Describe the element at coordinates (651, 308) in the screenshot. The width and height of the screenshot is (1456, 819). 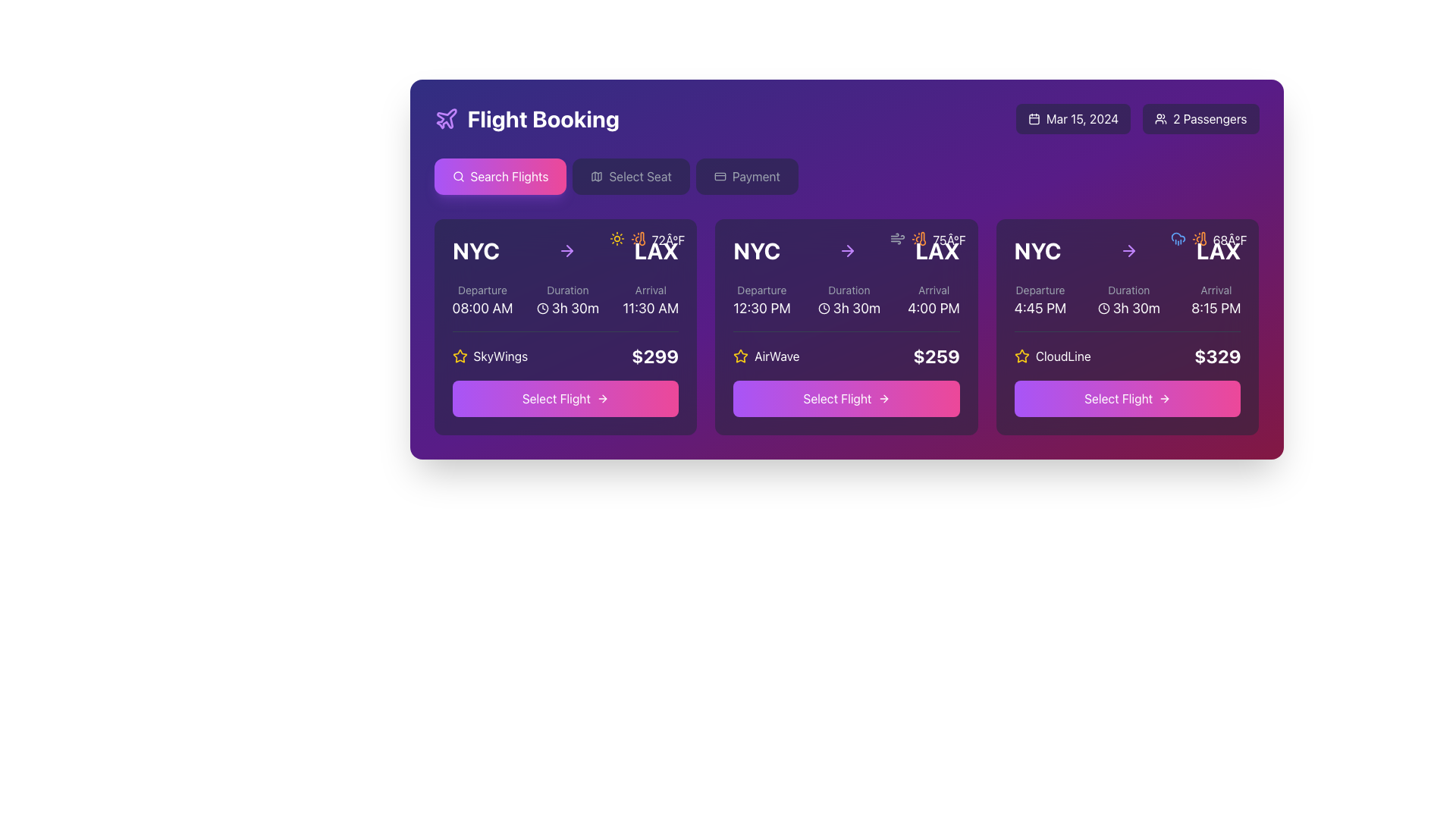
I see `the text label displaying '11:30 AM' in a white, bold font located beneath the 'Arrival' label in the first flight card` at that location.